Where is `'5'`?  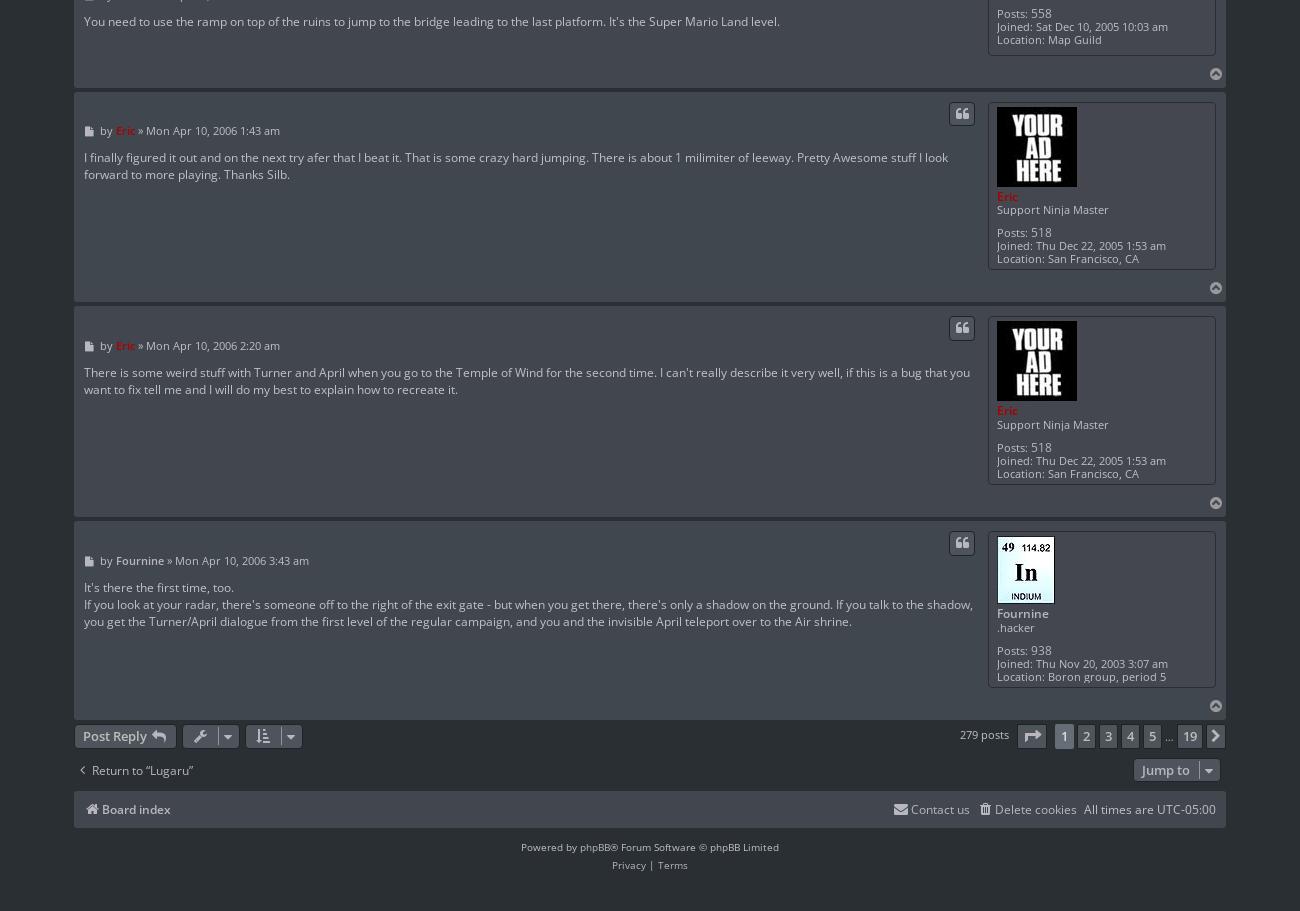
'5' is located at coordinates (1152, 735).